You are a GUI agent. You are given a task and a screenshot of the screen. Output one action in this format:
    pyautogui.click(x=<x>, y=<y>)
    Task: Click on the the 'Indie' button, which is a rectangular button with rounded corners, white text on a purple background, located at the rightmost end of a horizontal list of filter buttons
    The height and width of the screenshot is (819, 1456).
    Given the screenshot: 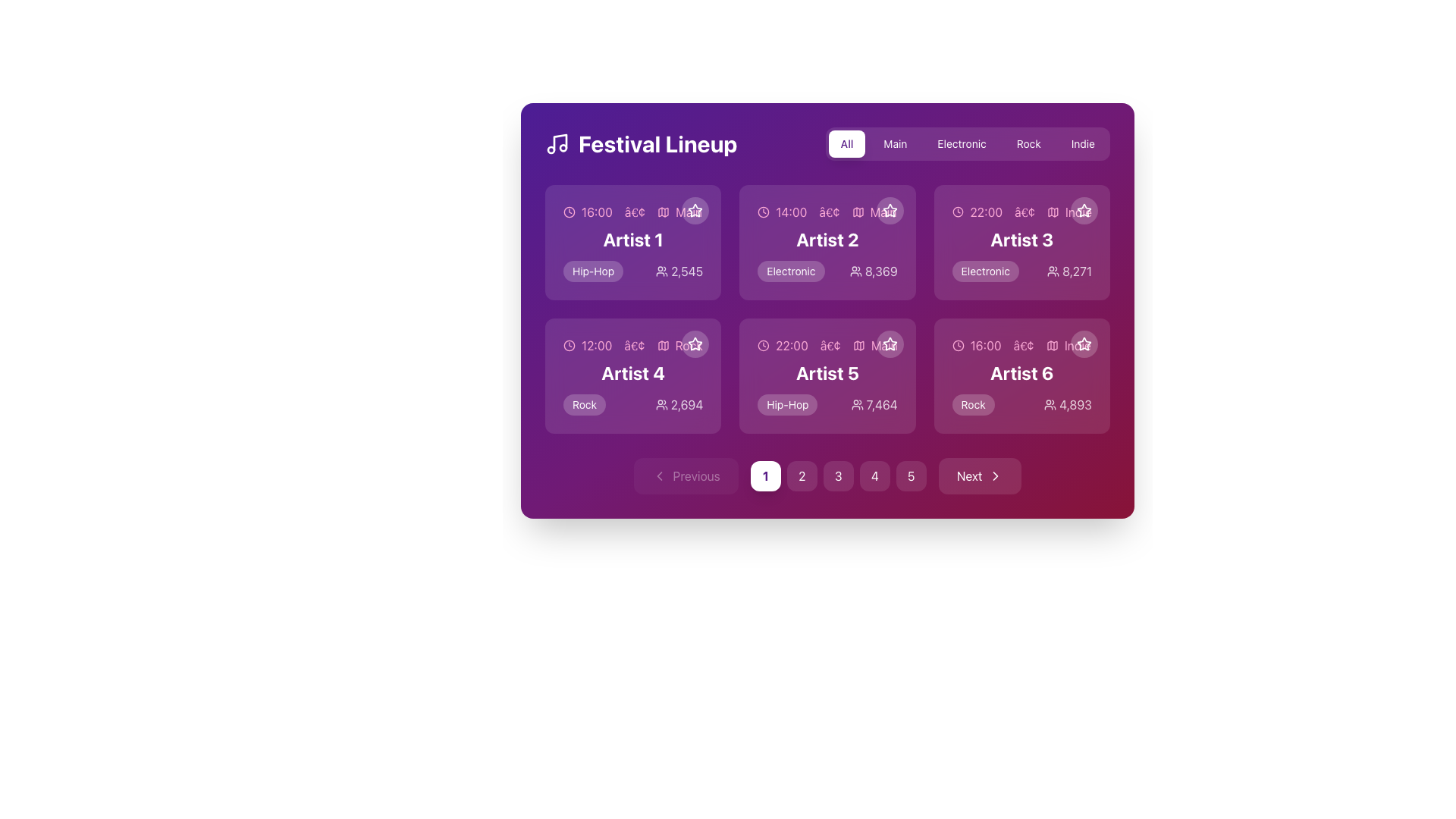 What is the action you would take?
    pyautogui.click(x=1082, y=143)
    